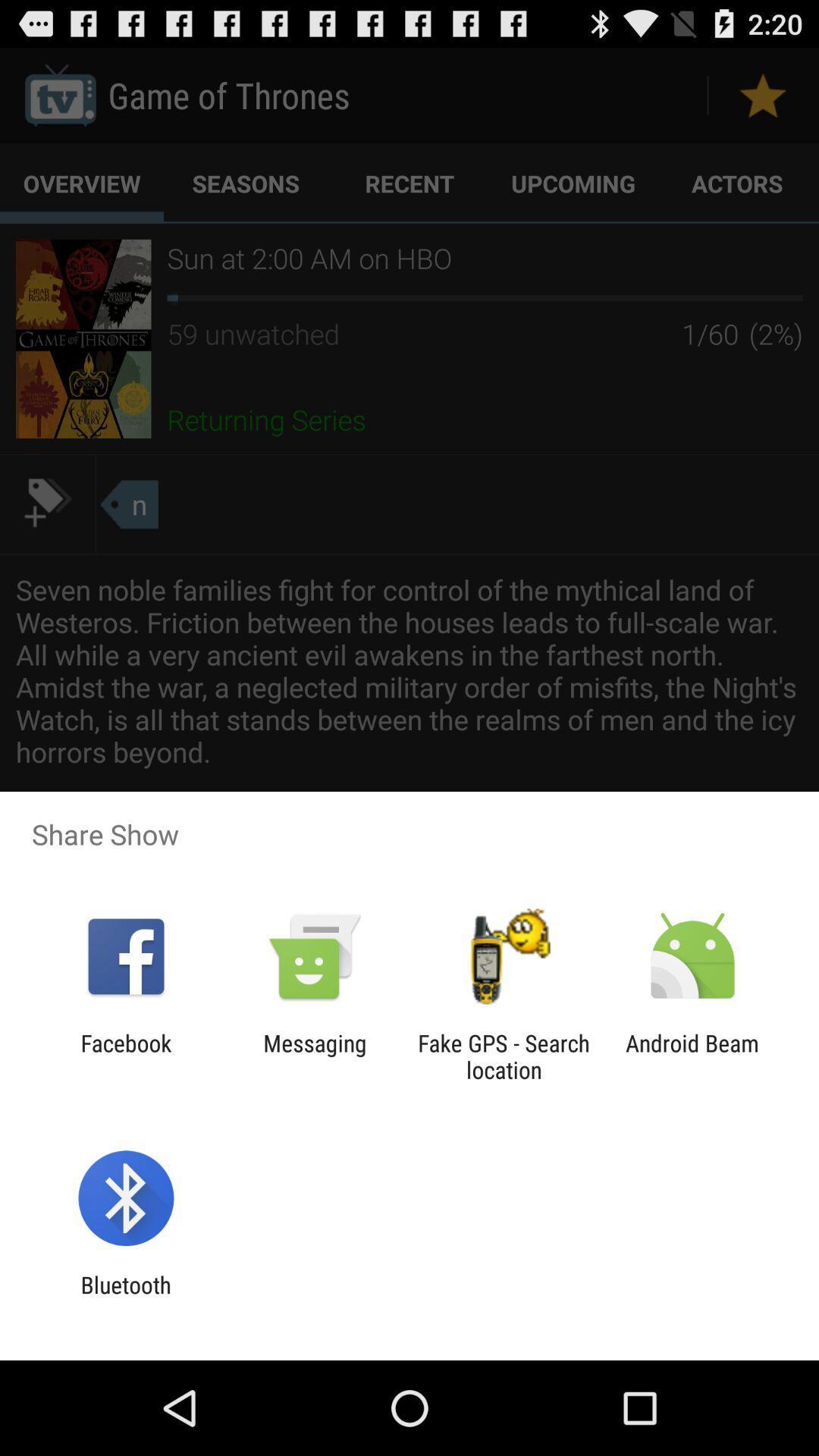 This screenshot has height=1456, width=819. I want to click on app next to the fake gps search item, so click(692, 1056).